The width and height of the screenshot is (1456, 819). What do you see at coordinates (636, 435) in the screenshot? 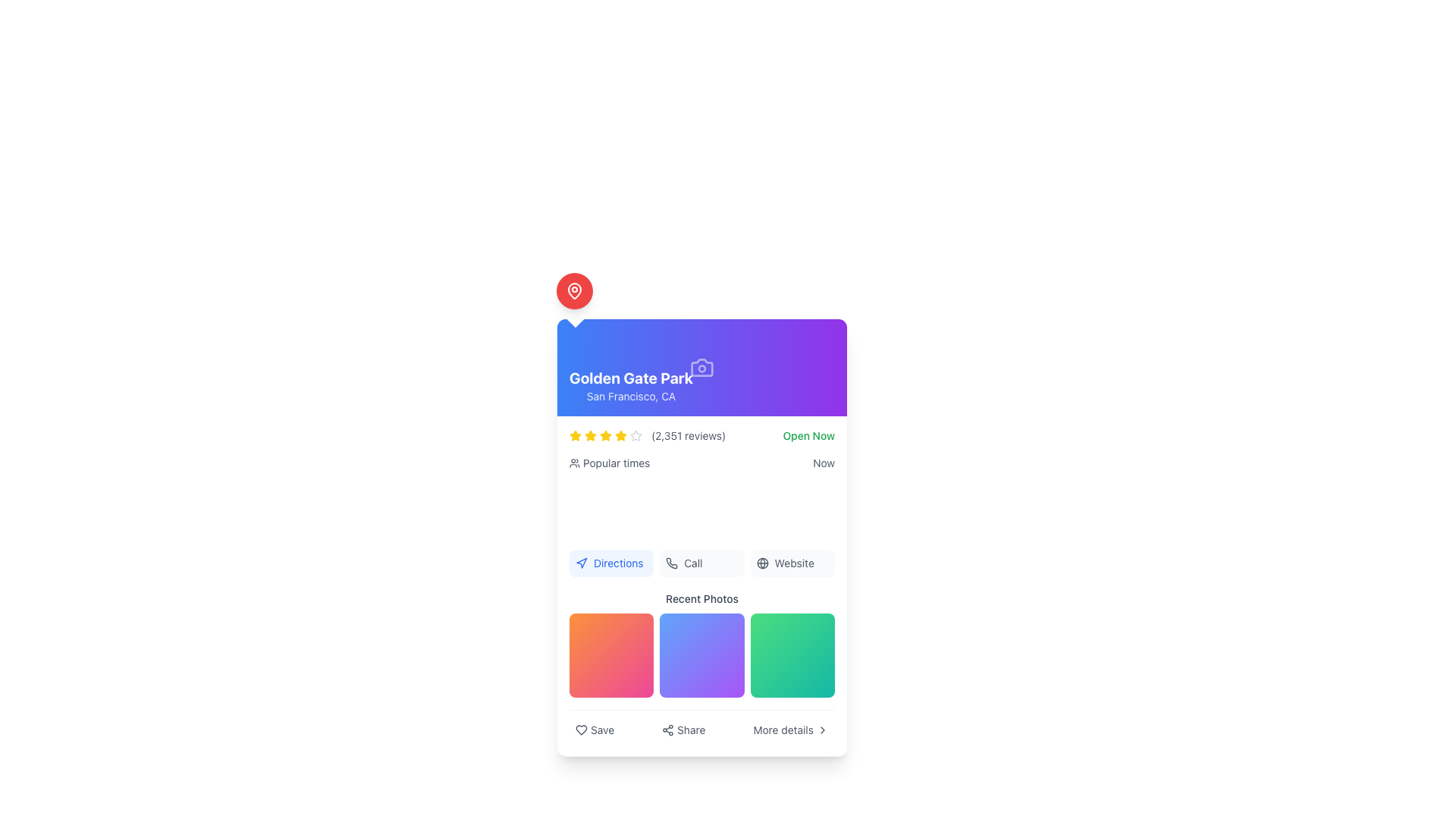
I see `the state of the star-shaped icon used for rating under the title 'Golden Gate Park' to check its rating indication` at bounding box center [636, 435].